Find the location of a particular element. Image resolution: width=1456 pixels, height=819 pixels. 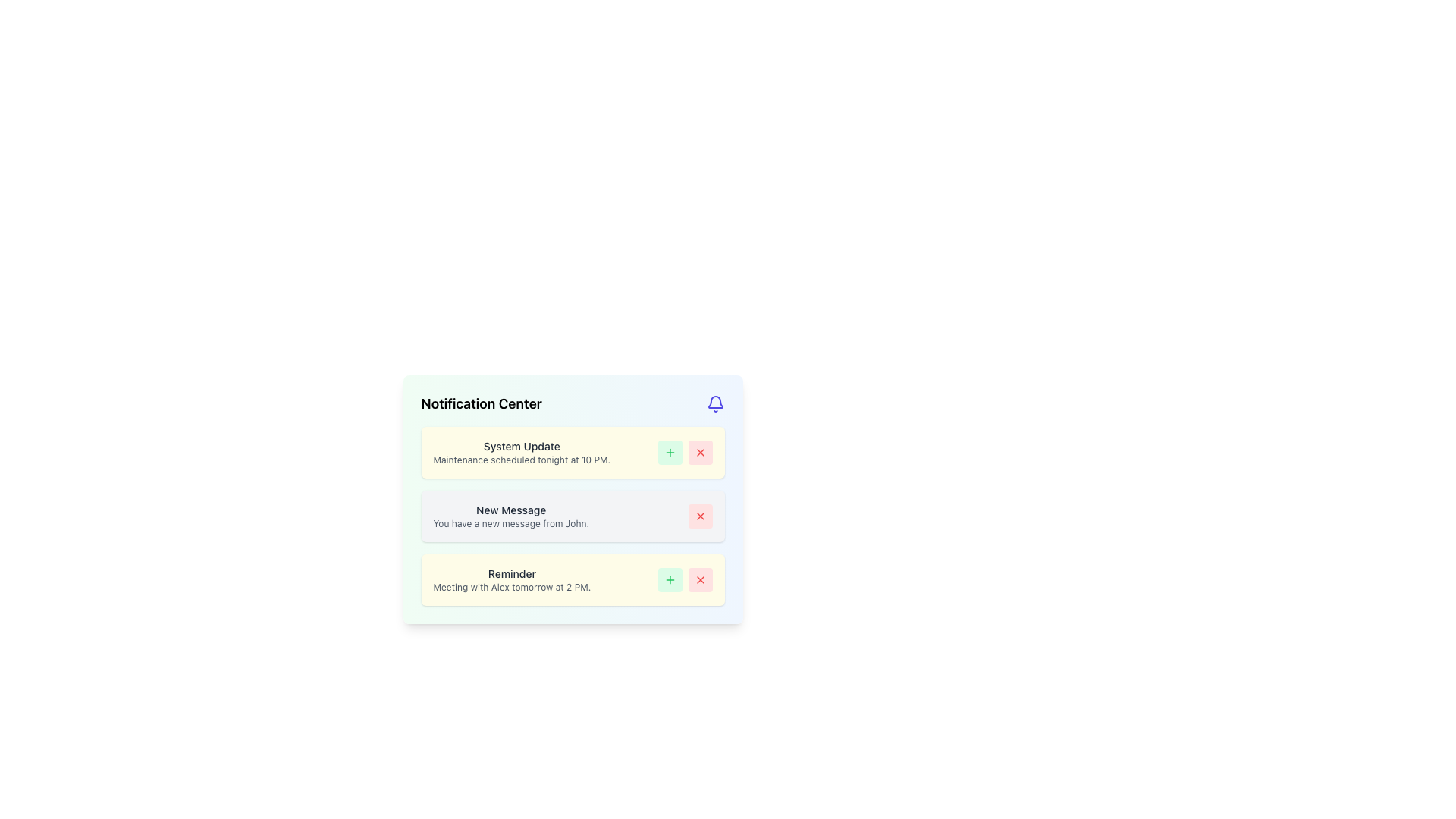

the information presented in the Section Header of the notification panel, which is labeled 'Notification Center' and located at the top of the panel is located at coordinates (572, 403).